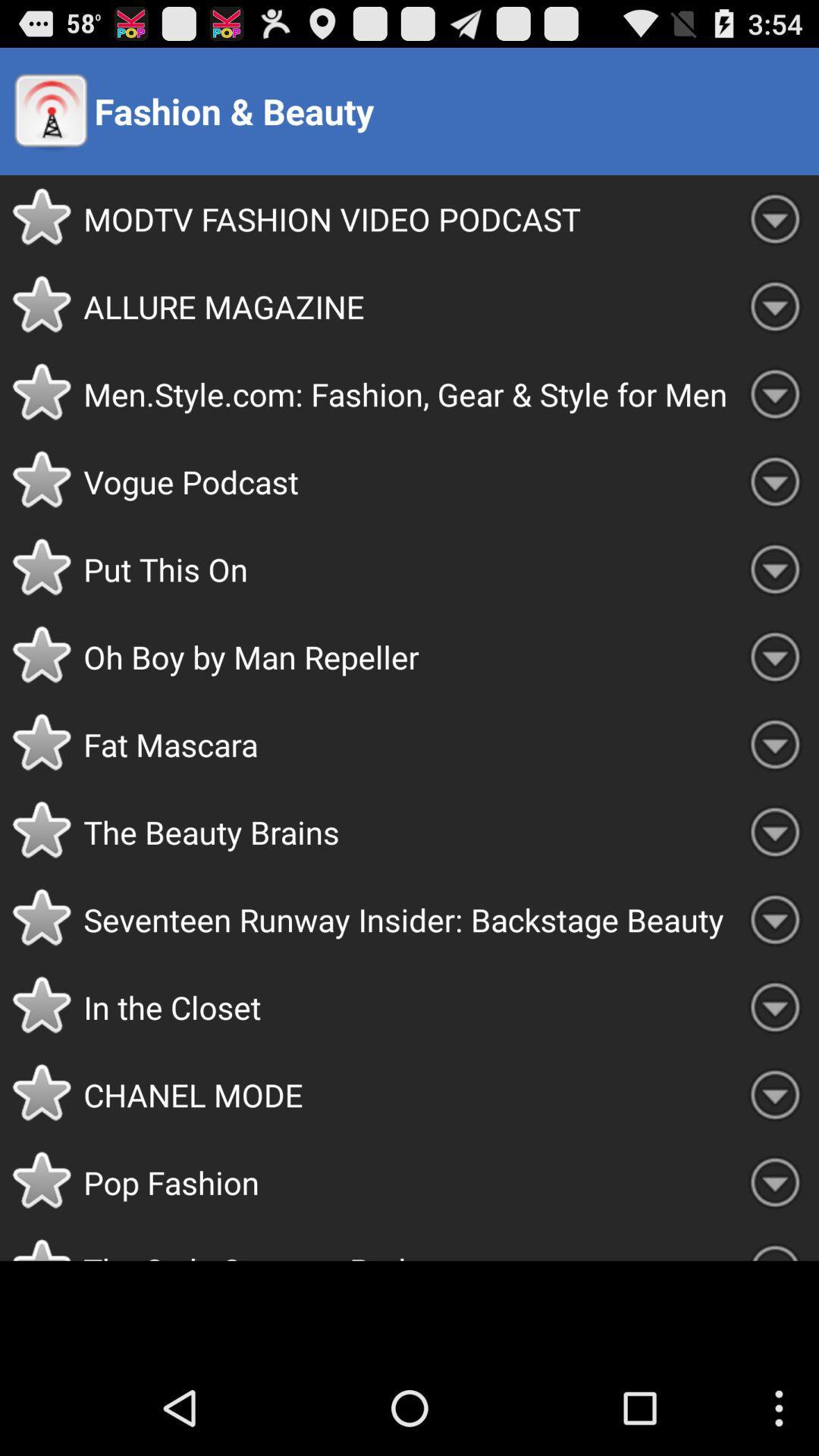  I want to click on allure magazine, so click(406, 306).